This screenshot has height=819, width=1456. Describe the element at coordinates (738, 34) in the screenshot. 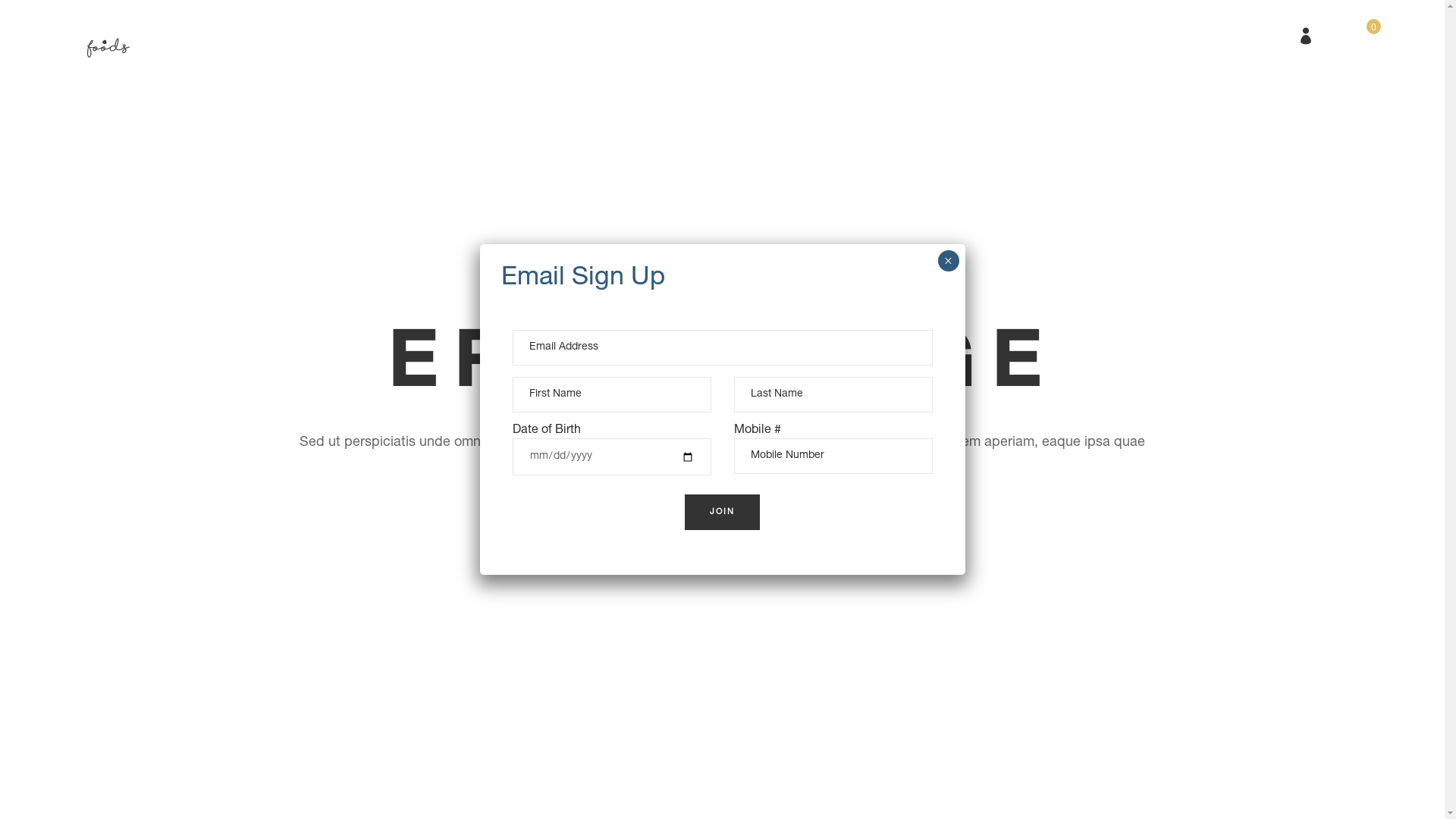

I see `'SHOP'` at that location.